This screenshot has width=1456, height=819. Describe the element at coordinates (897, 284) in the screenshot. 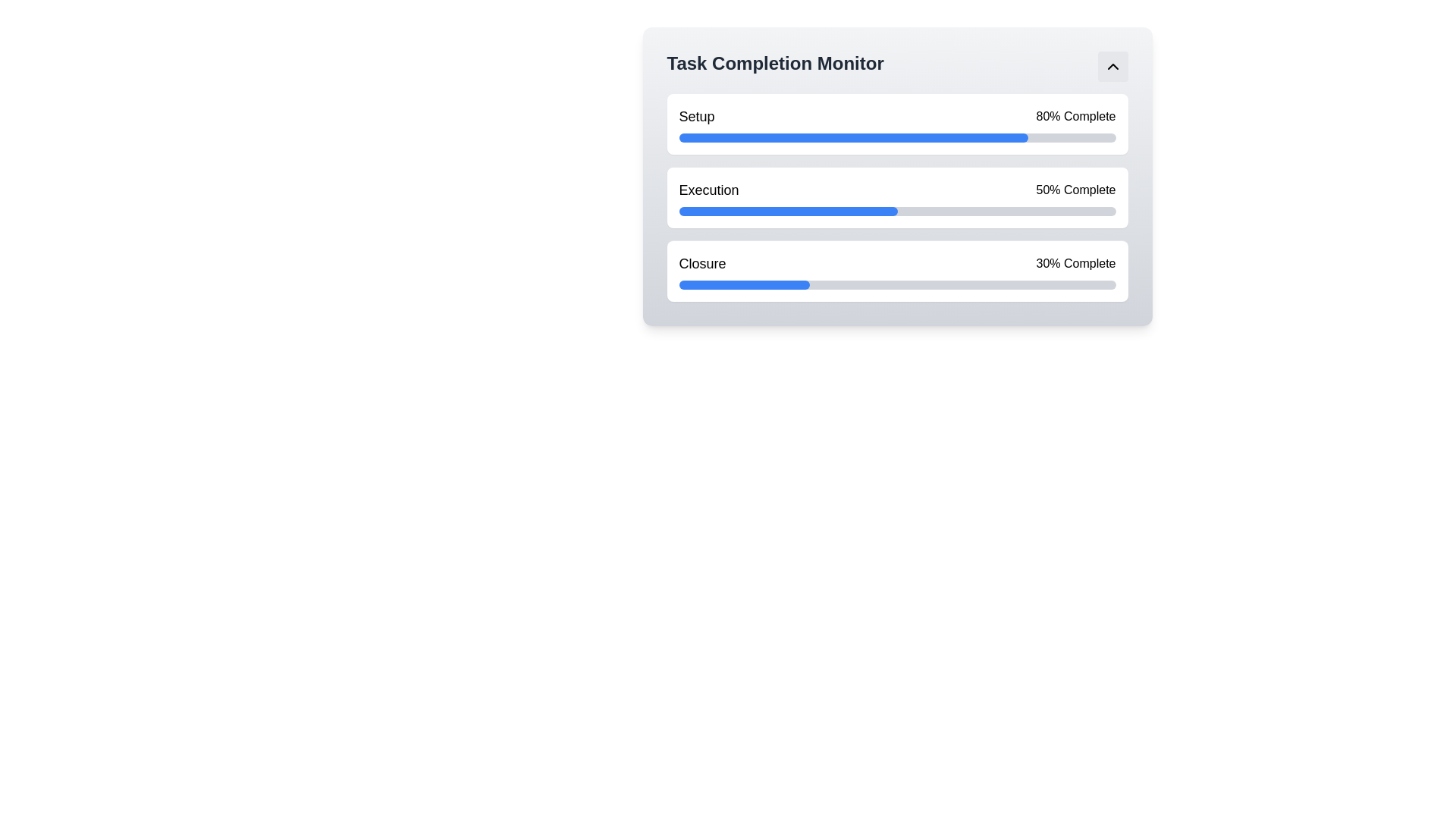

I see `the progress bar located under the 'Closure' section, which has a light gray background and a blue filled portion indicating progress` at that location.